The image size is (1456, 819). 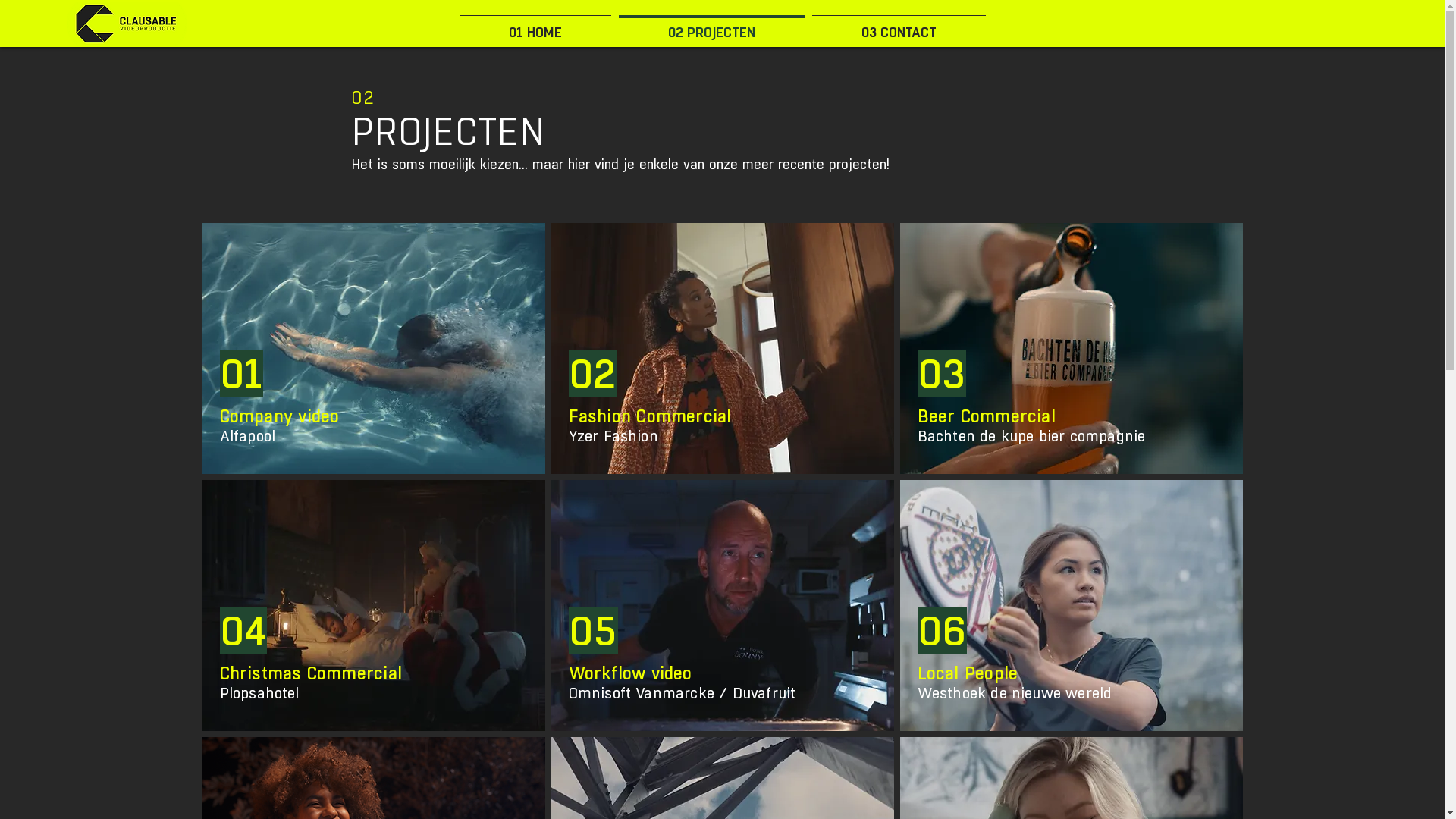 I want to click on 'Alfapool', so click(x=247, y=436).